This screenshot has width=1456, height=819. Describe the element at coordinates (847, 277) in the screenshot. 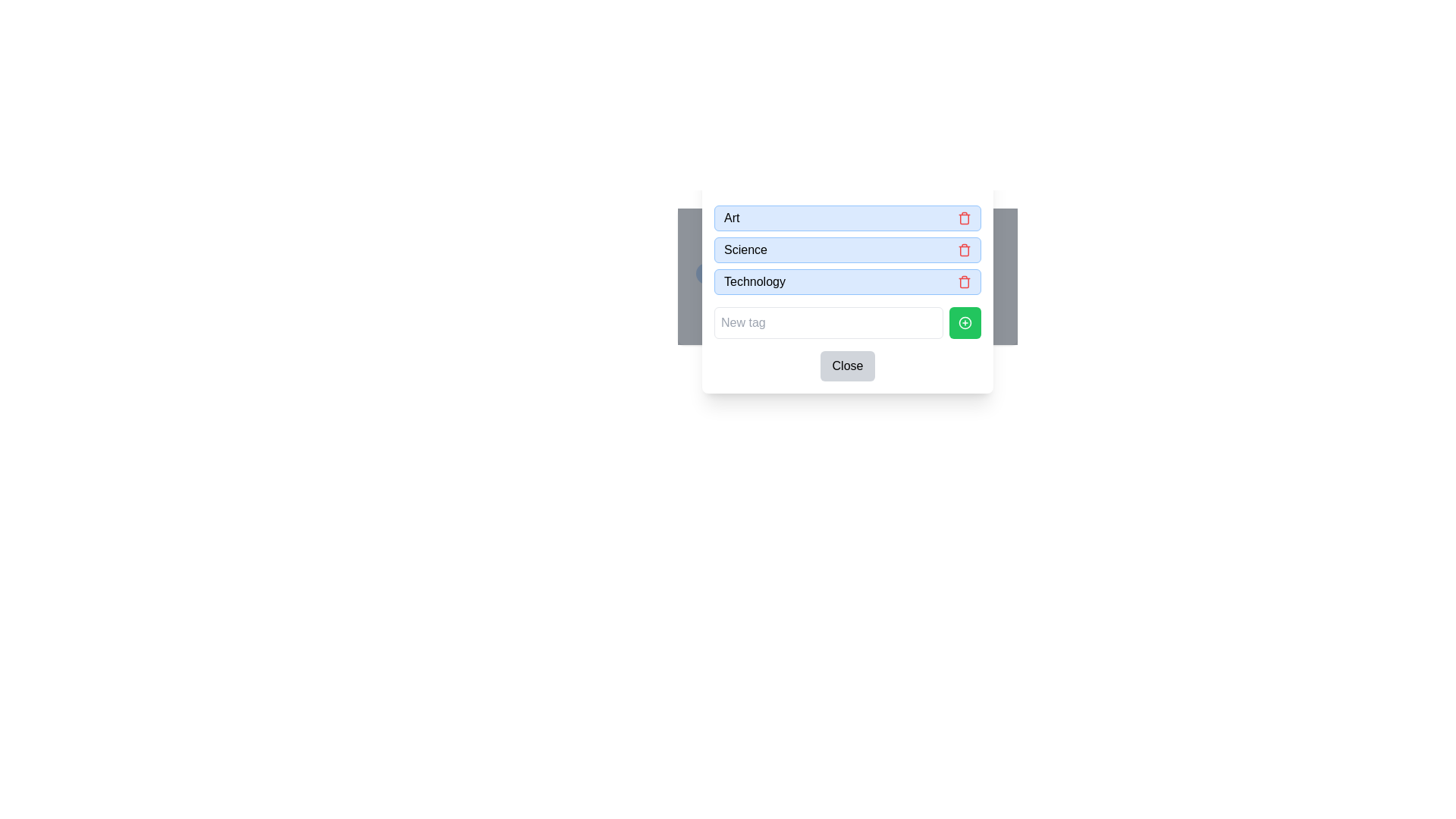

I see `the 'Technology' button in the 'Edit Tags' dialog box` at that location.